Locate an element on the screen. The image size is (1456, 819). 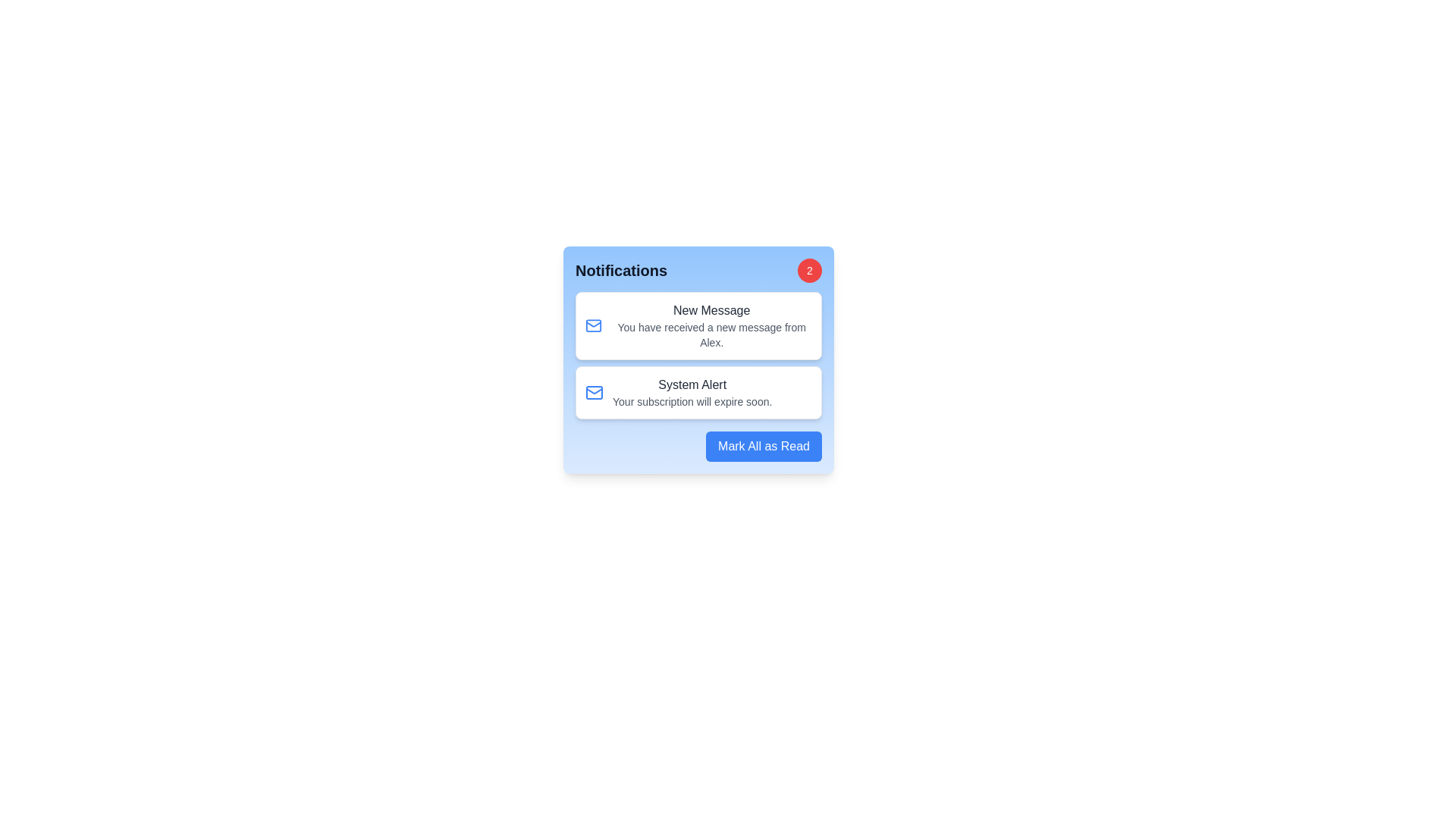
the Notification Badge, a circular red badge with white text displaying '2', located in the top-right corner of the notification panel header, to count notifications is located at coordinates (809, 270).